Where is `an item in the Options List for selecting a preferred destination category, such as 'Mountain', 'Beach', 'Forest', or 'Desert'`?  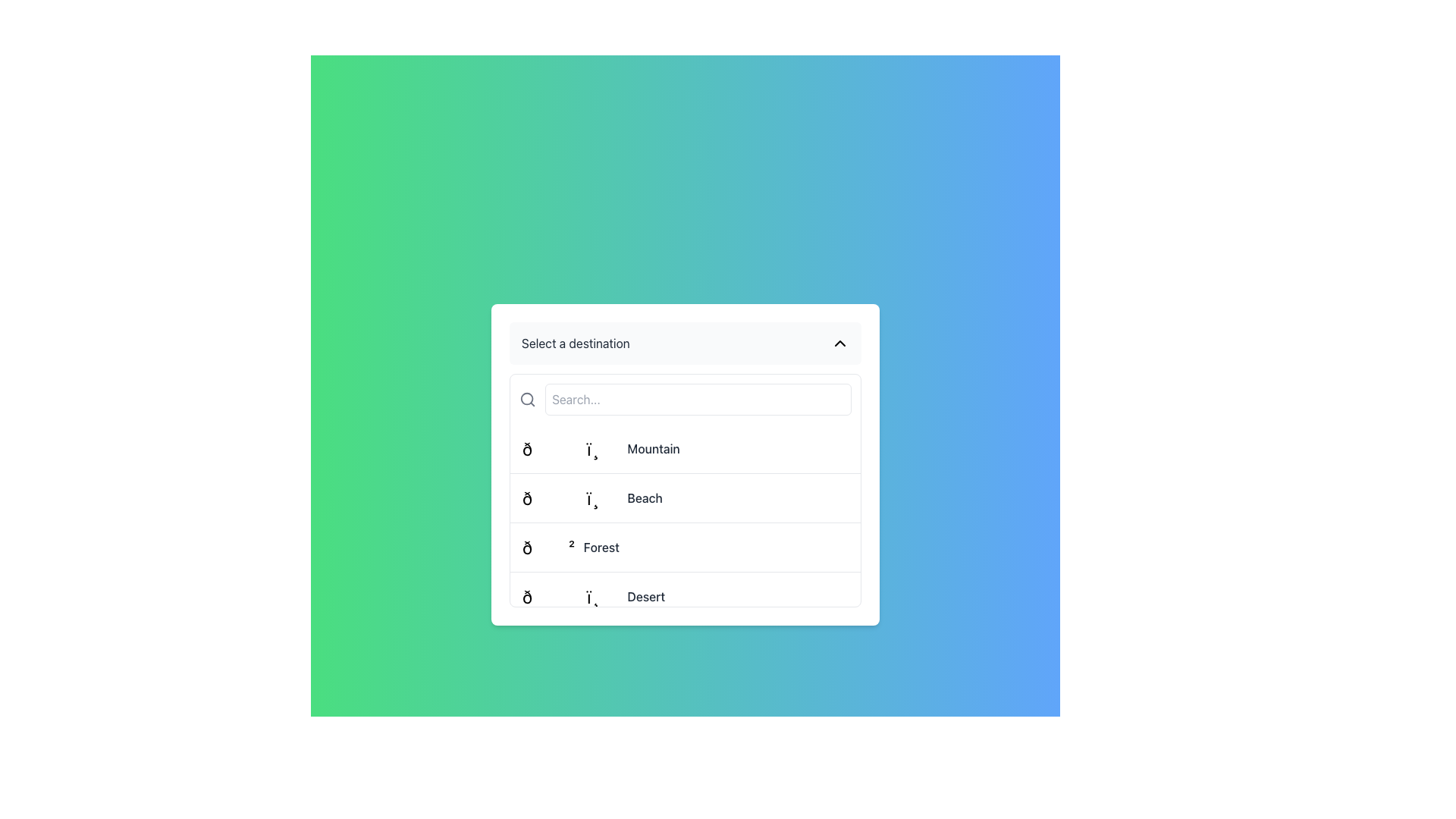
an item in the Options List for selecting a preferred destination category, such as 'Mountain', 'Beach', 'Forest', or 'Desert' is located at coordinates (684, 491).